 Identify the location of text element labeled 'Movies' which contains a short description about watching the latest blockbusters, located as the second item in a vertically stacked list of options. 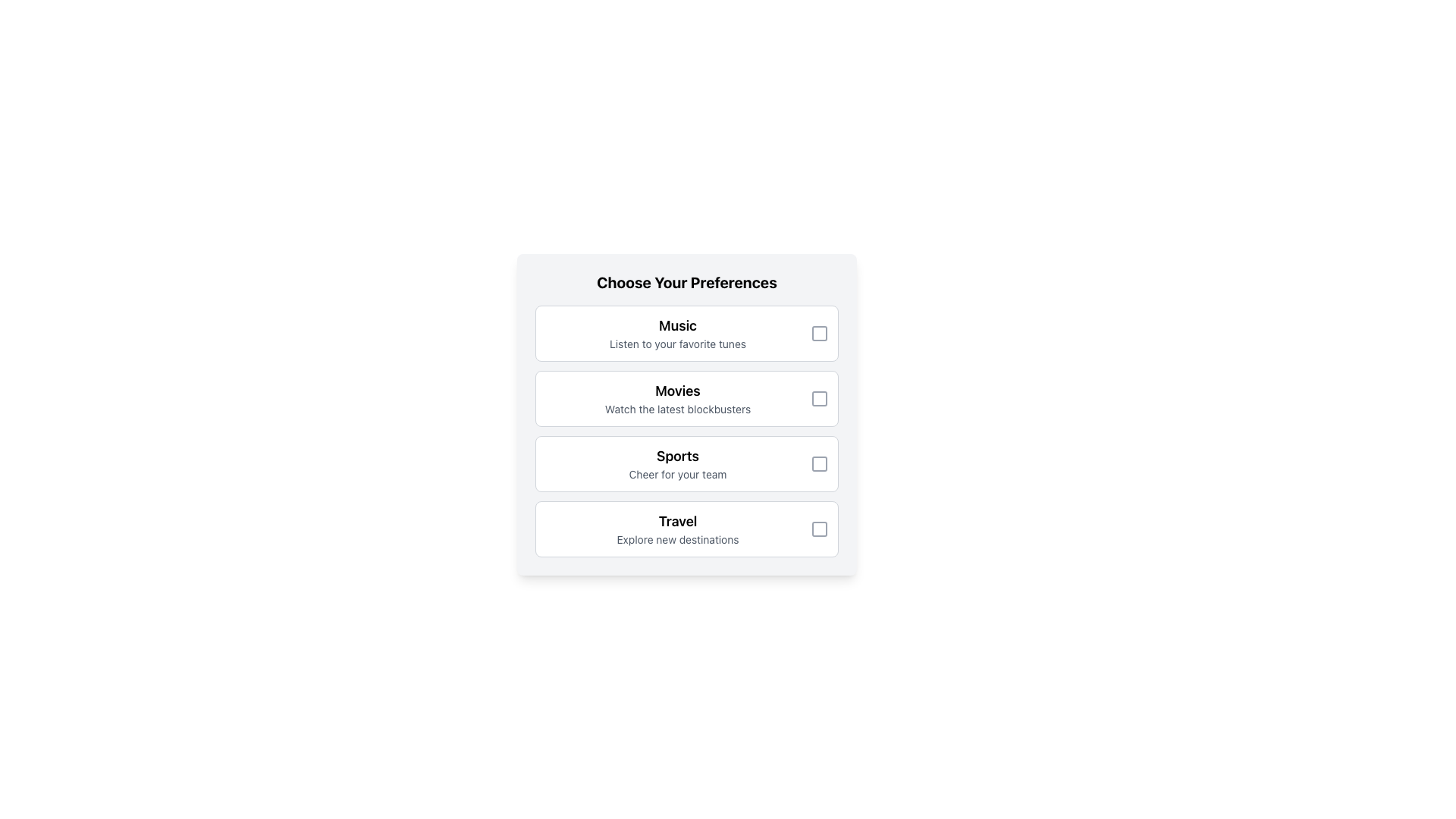
(676, 397).